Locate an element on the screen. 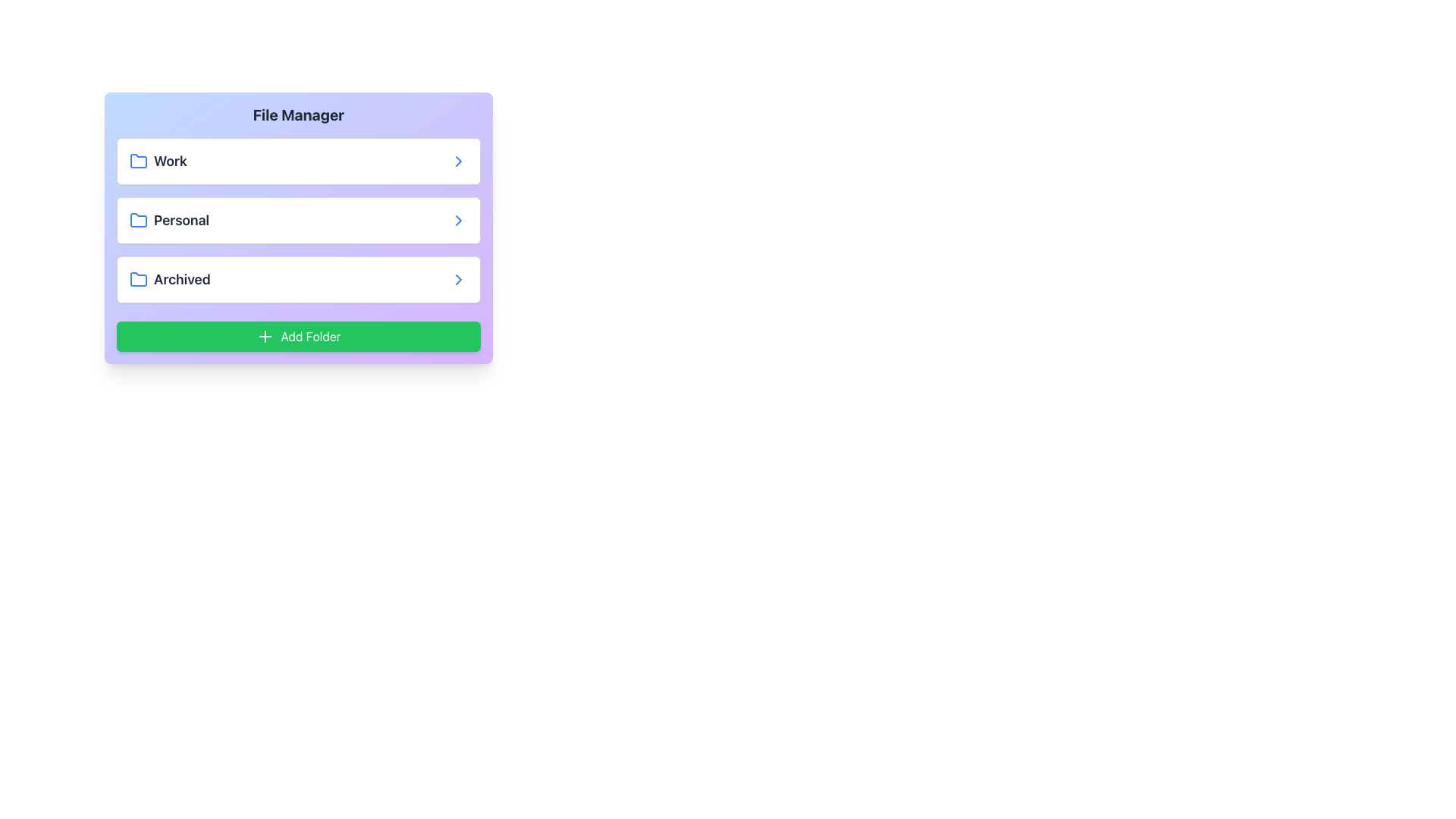 This screenshot has width=1456, height=819. the red outlined folder icon representing an 'Archived' folder located in the third list item labeled 'Archived' in the 'File Manager' interface is located at coordinates (138, 278).